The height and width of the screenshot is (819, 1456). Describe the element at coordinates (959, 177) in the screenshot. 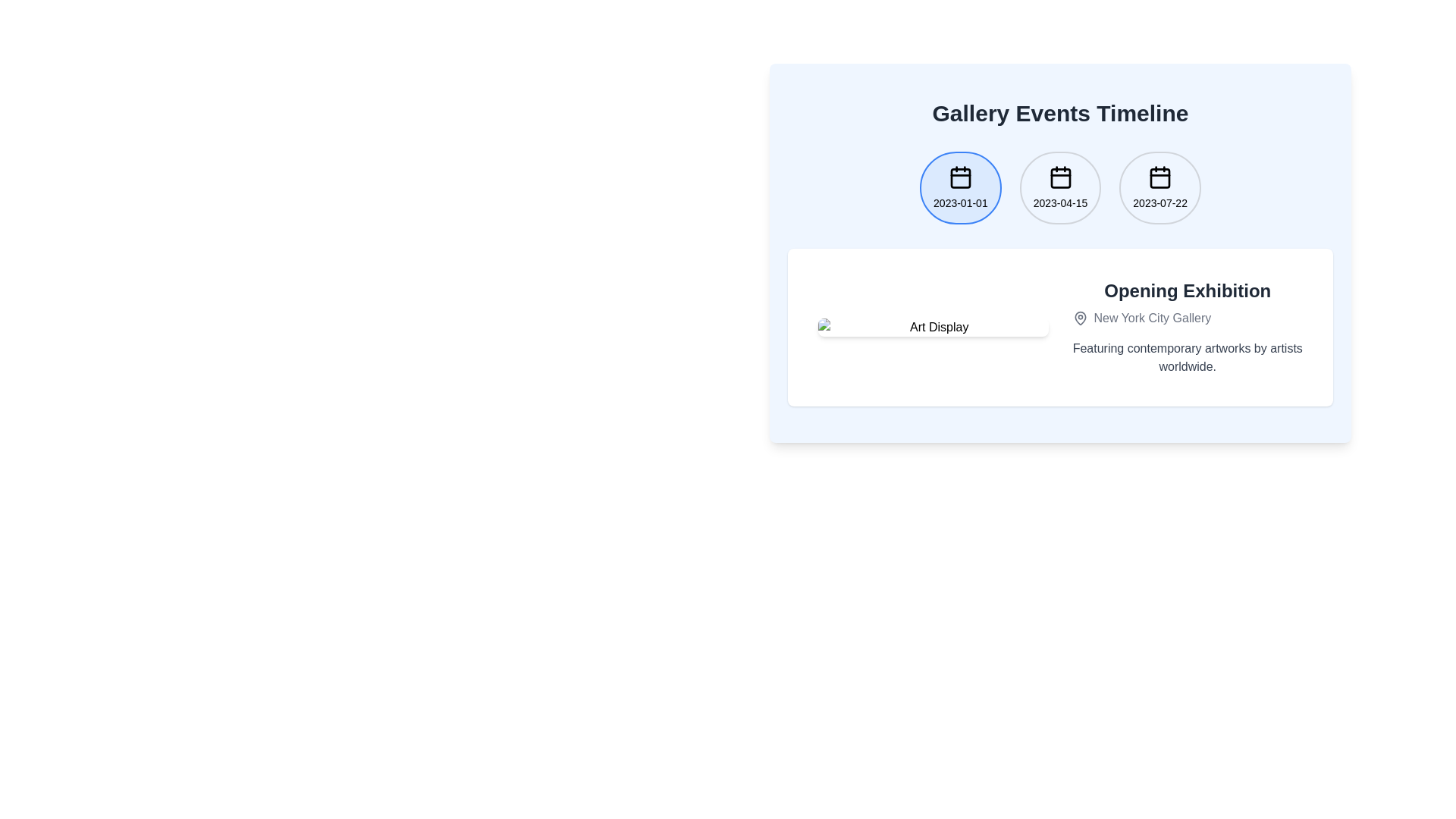

I see `the first calendar icon` at that location.